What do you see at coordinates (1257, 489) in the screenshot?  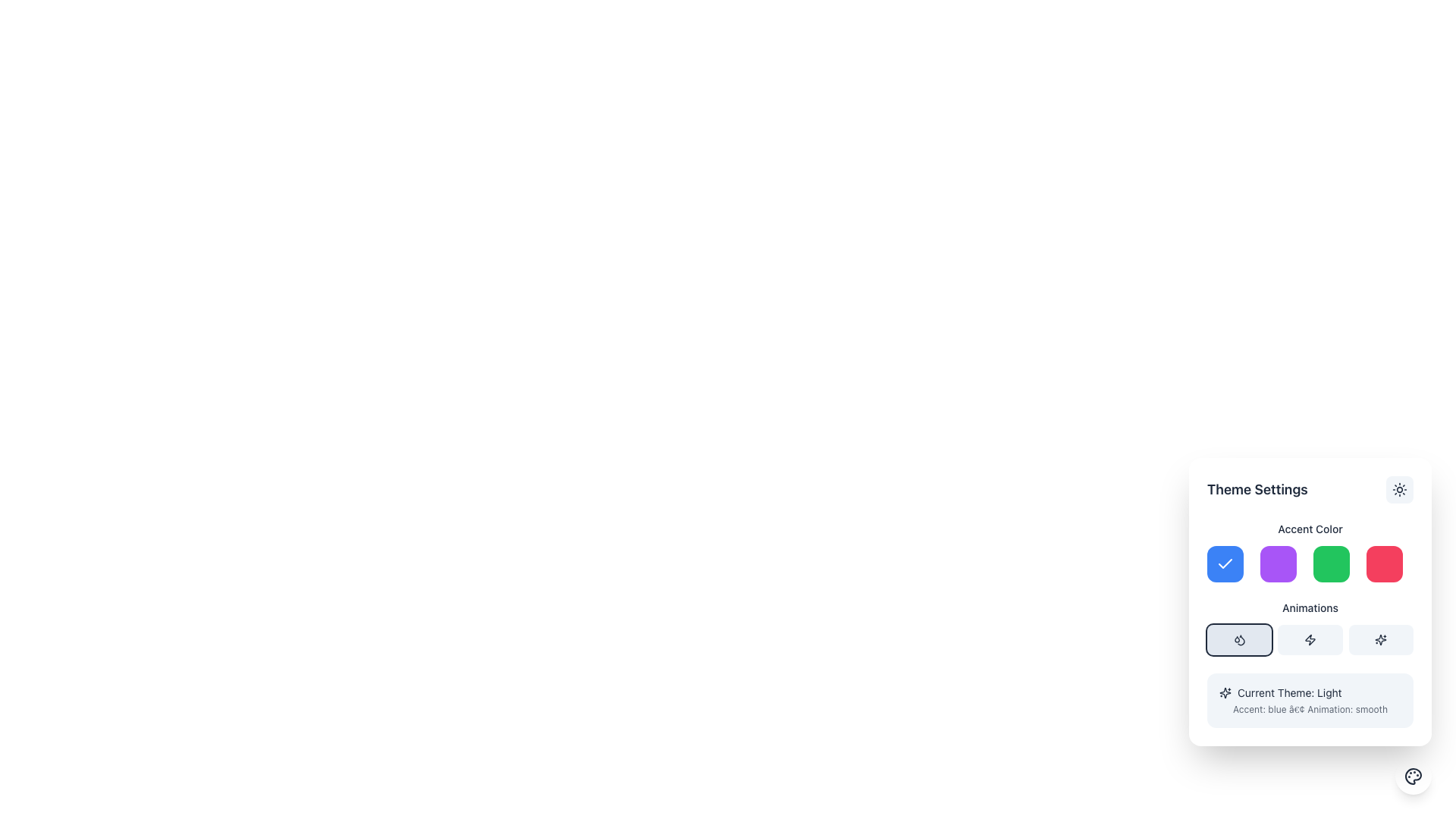 I see `the heading element that indicates 'Theme Settings' in the top-left section of the settings panel` at bounding box center [1257, 489].